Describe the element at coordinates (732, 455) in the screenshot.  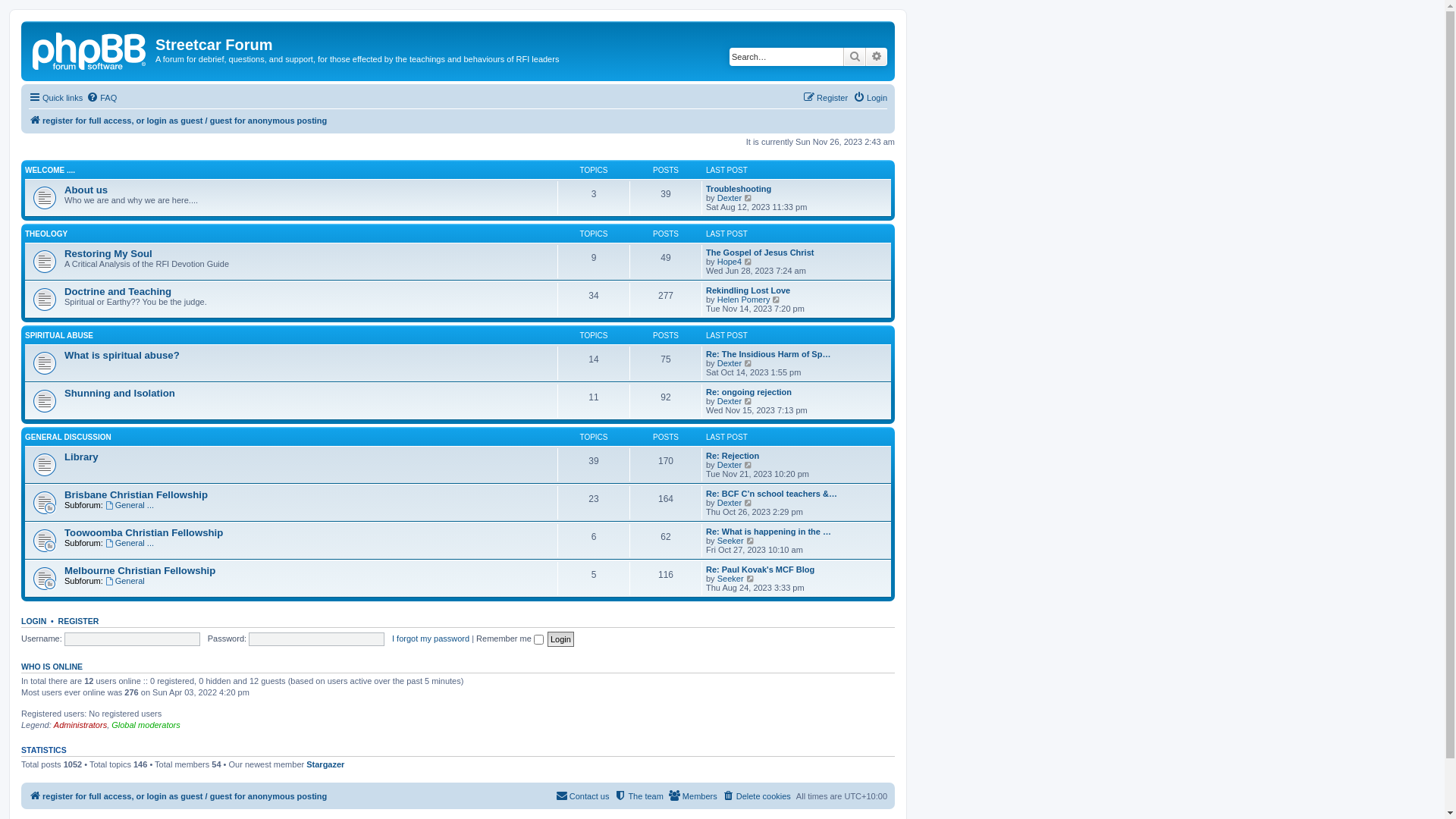
I see `'Re: Rejection'` at that location.